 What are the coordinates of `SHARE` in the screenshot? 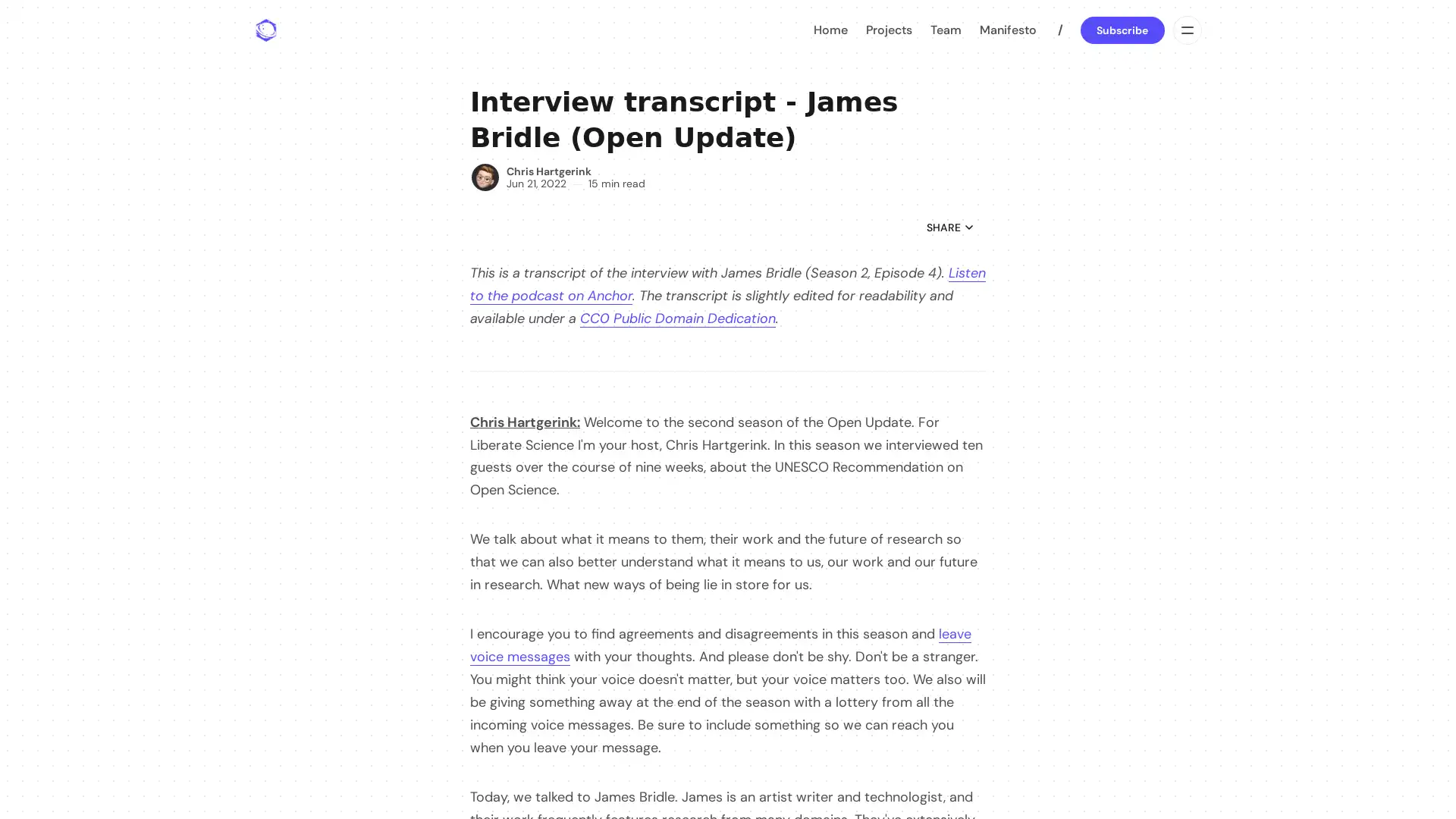 It's located at (949, 227).